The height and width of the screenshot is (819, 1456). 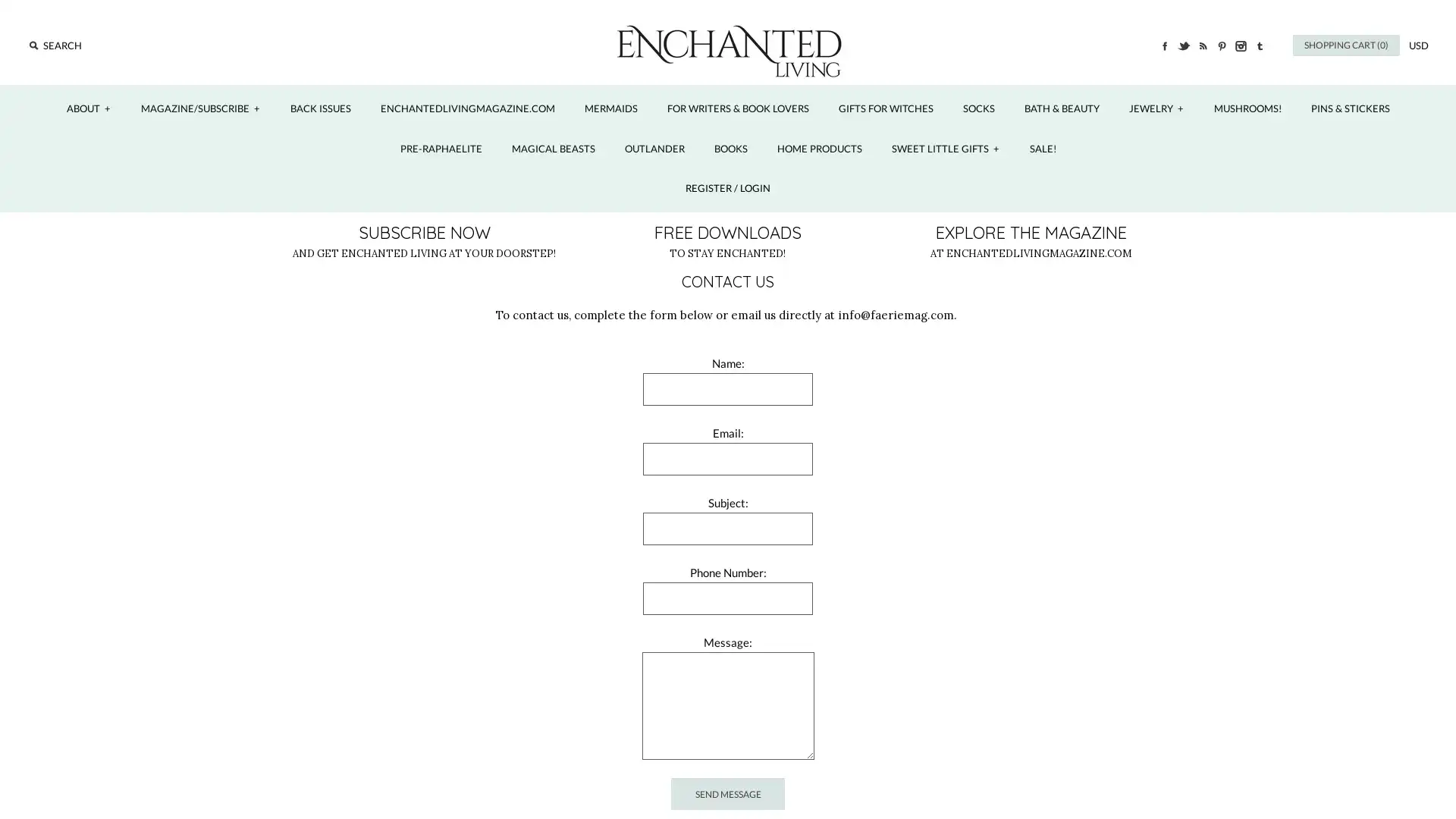 I want to click on Send Message, so click(x=728, y=792).